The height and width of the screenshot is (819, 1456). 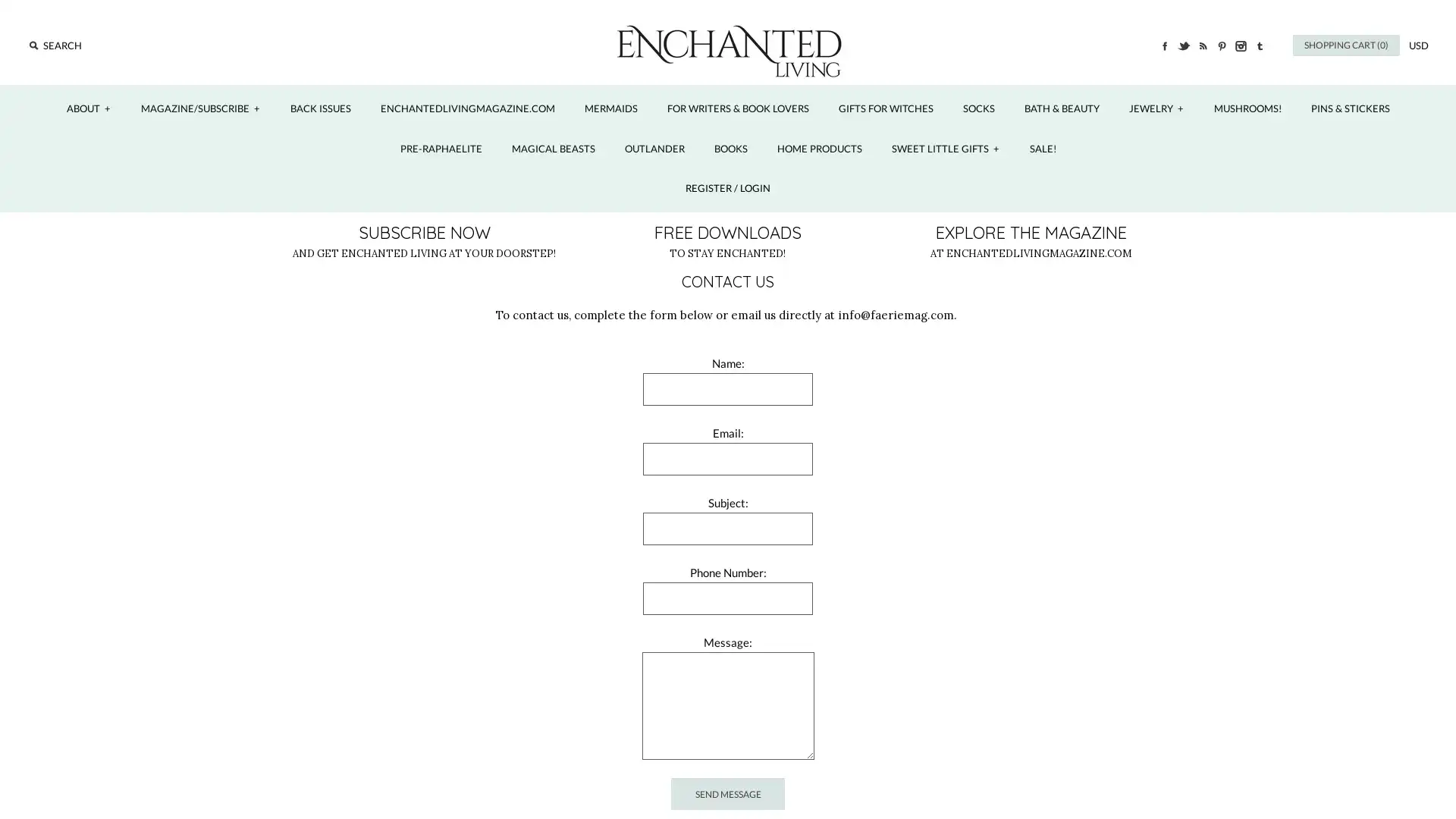 I want to click on Send Message, so click(x=728, y=792).